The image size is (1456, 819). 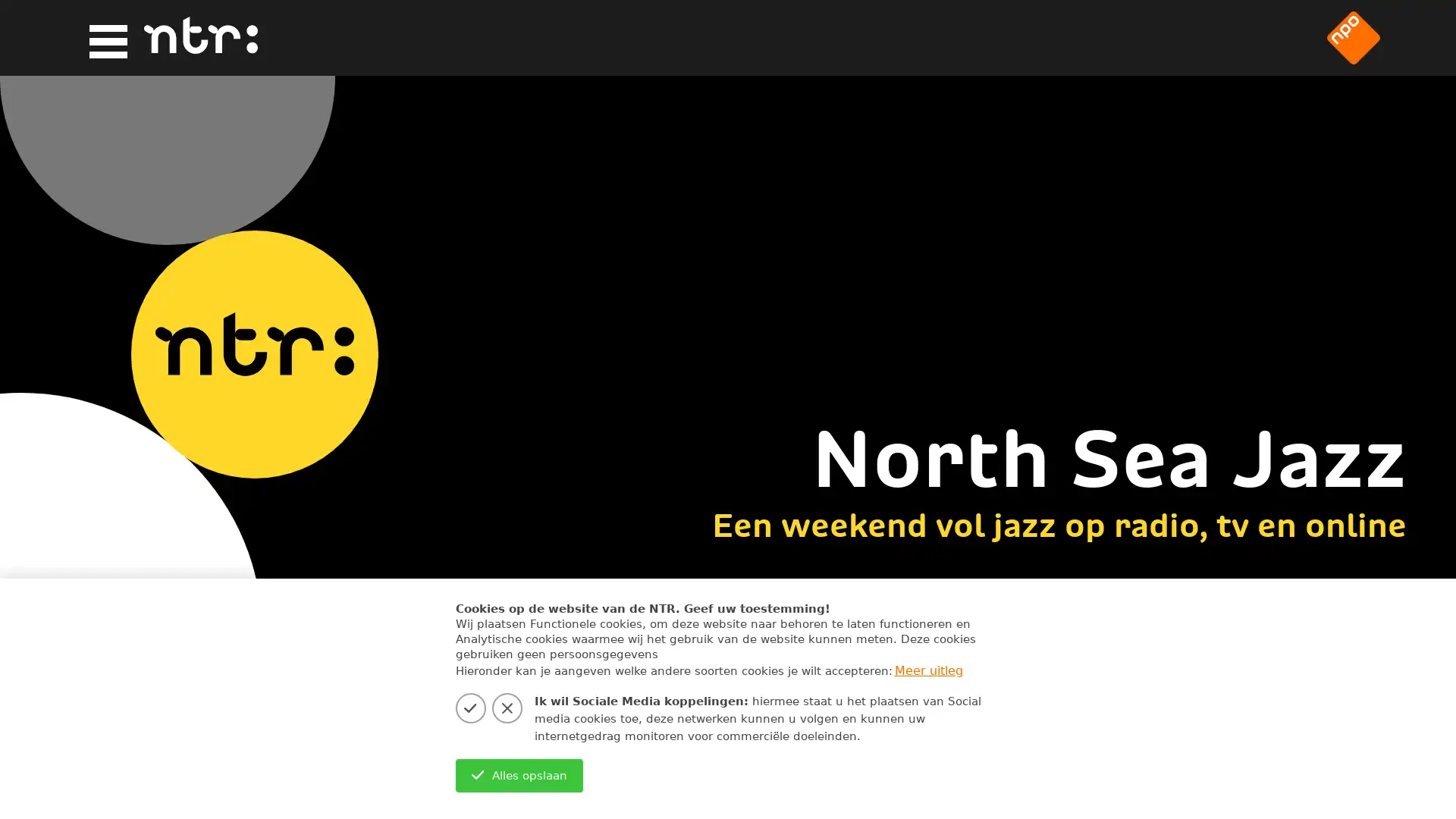 What do you see at coordinates (103, 38) in the screenshot?
I see `Hoofdmenu` at bounding box center [103, 38].